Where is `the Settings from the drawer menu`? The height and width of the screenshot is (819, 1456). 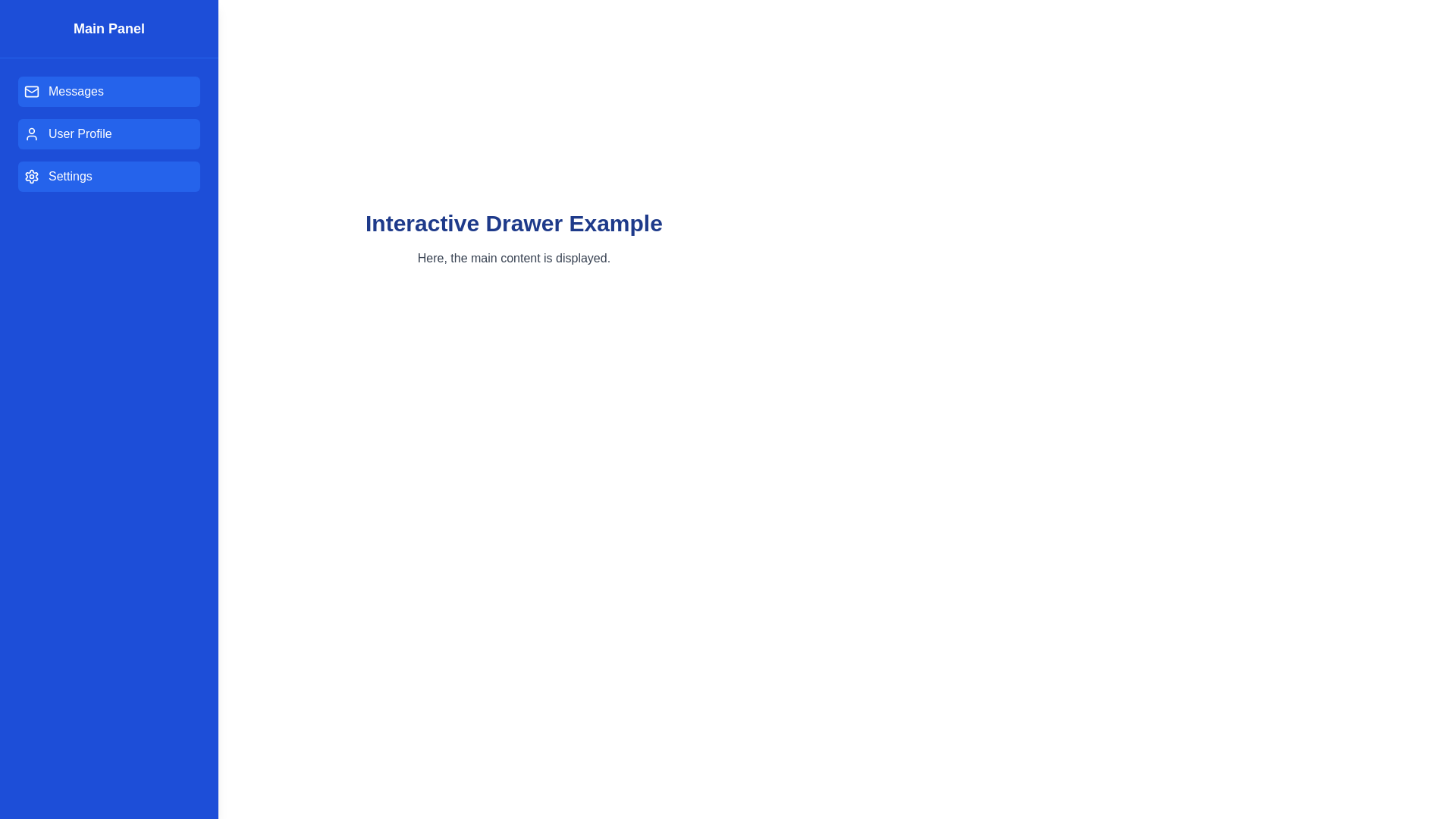
the Settings from the drawer menu is located at coordinates (108, 175).